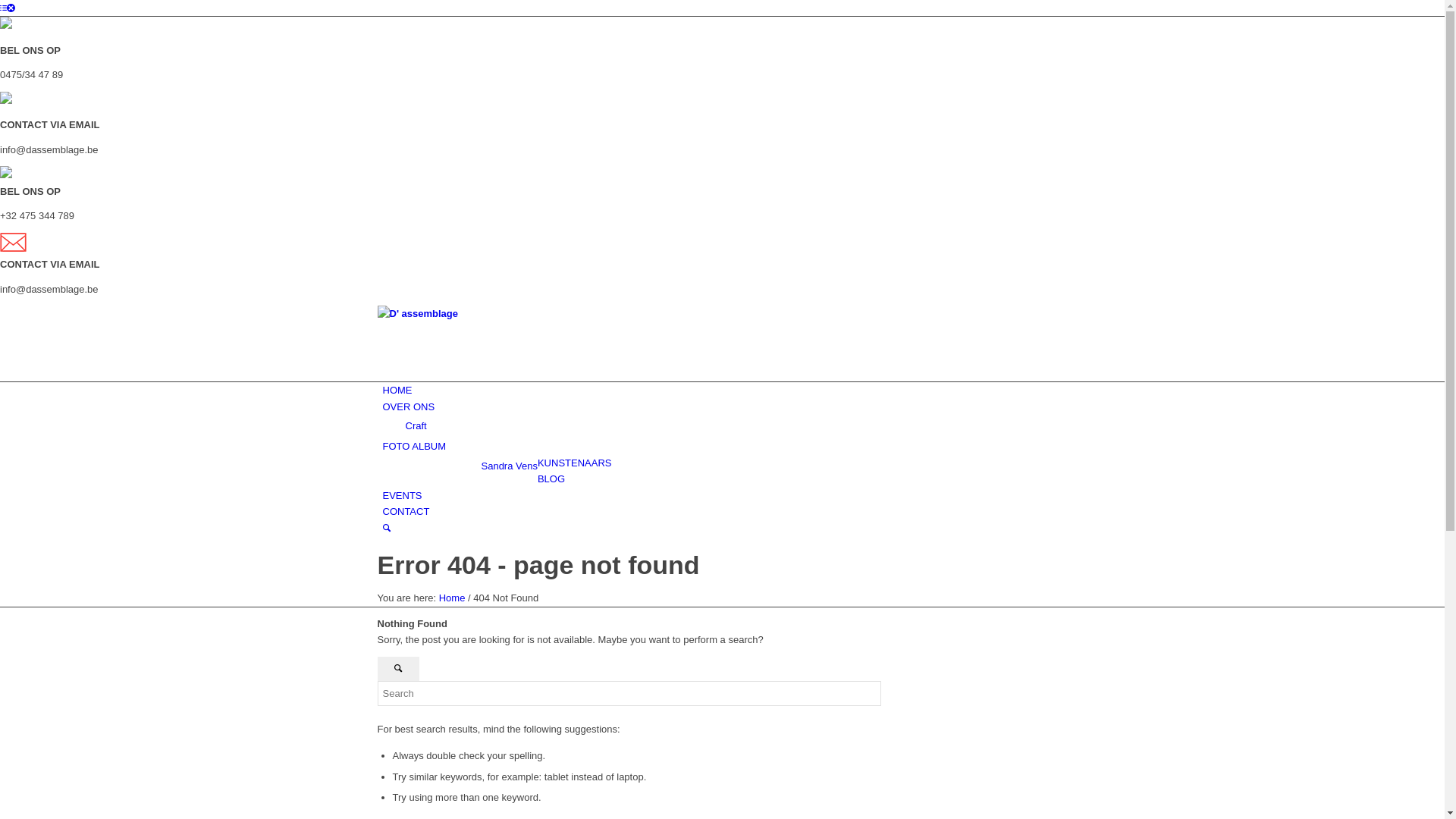 The image size is (1456, 819). I want to click on 'BLOG', so click(550, 479).